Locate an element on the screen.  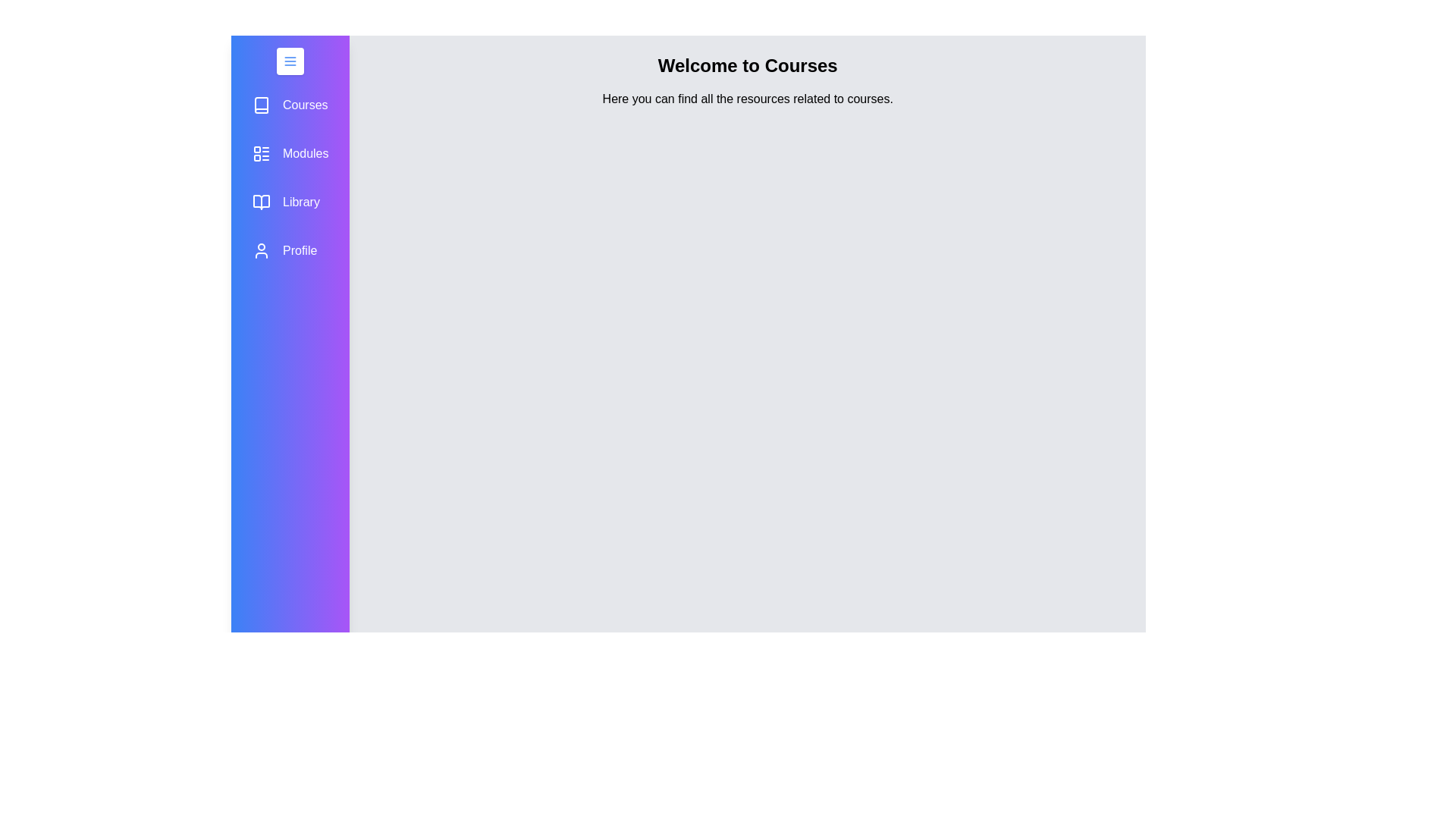
the Modules tab to observe the hover effect is located at coordinates (290, 154).